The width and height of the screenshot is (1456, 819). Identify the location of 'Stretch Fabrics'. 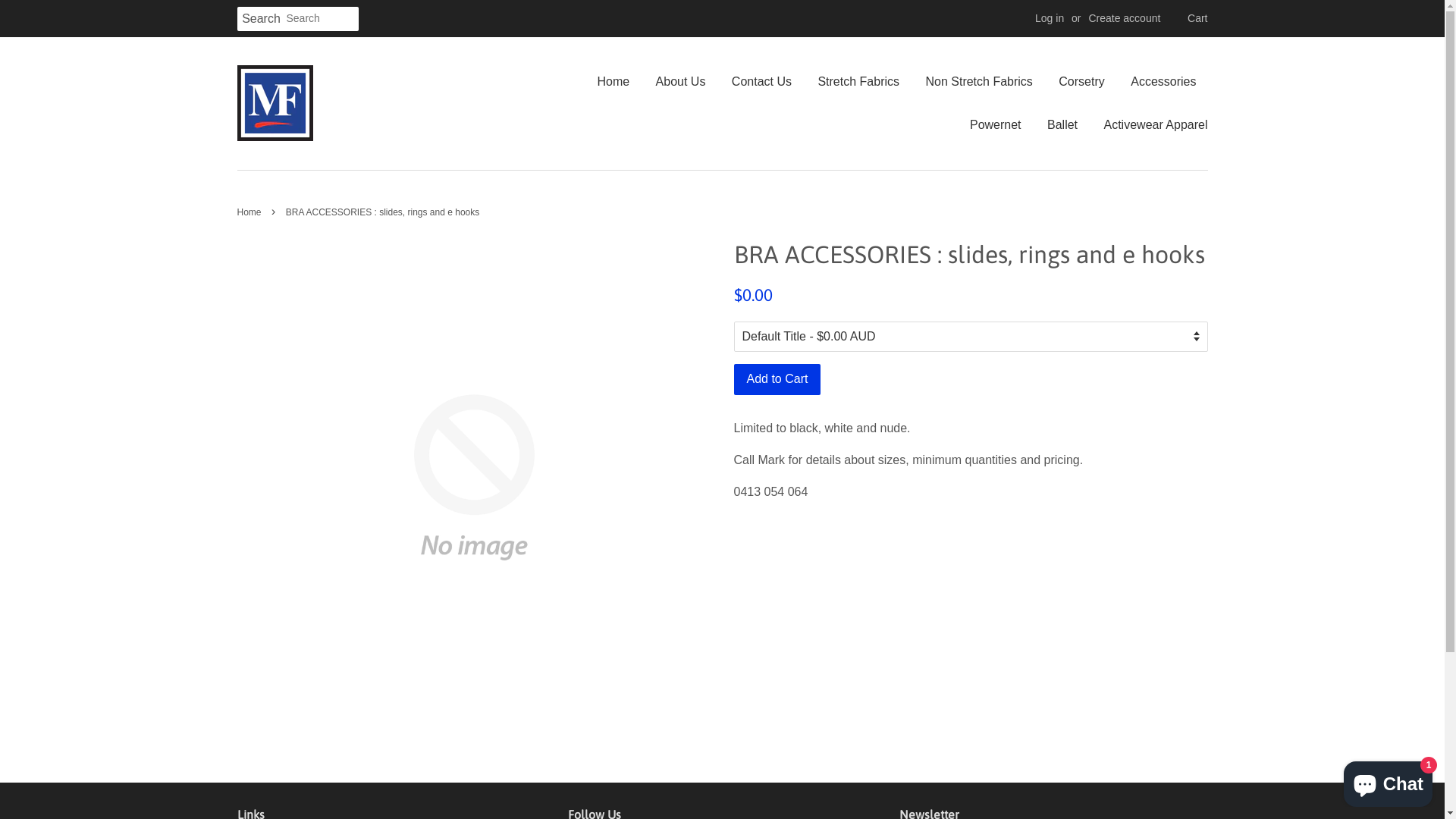
(805, 81).